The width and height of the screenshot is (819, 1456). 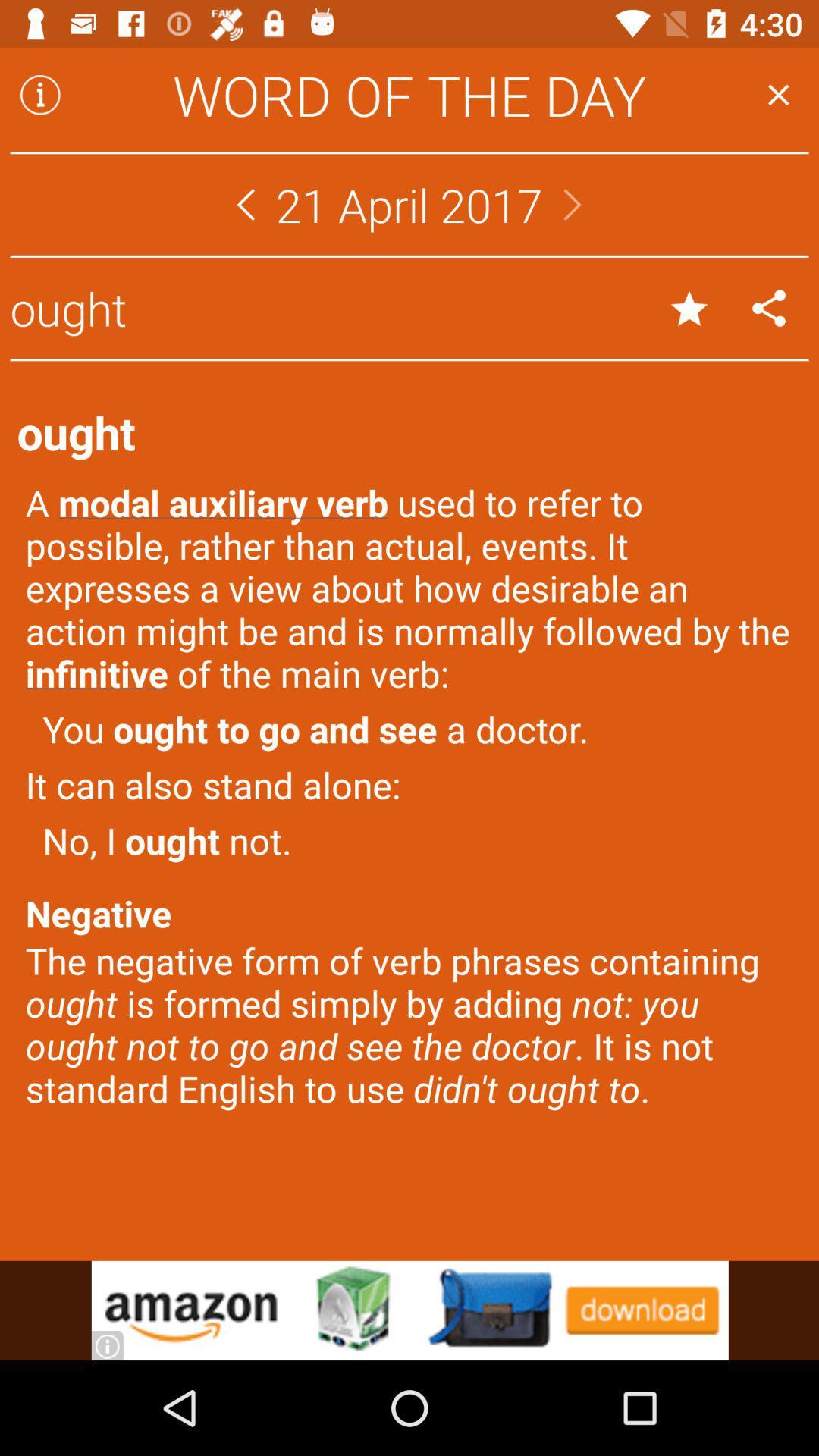 What do you see at coordinates (409, 1310) in the screenshot?
I see `advertisement` at bounding box center [409, 1310].